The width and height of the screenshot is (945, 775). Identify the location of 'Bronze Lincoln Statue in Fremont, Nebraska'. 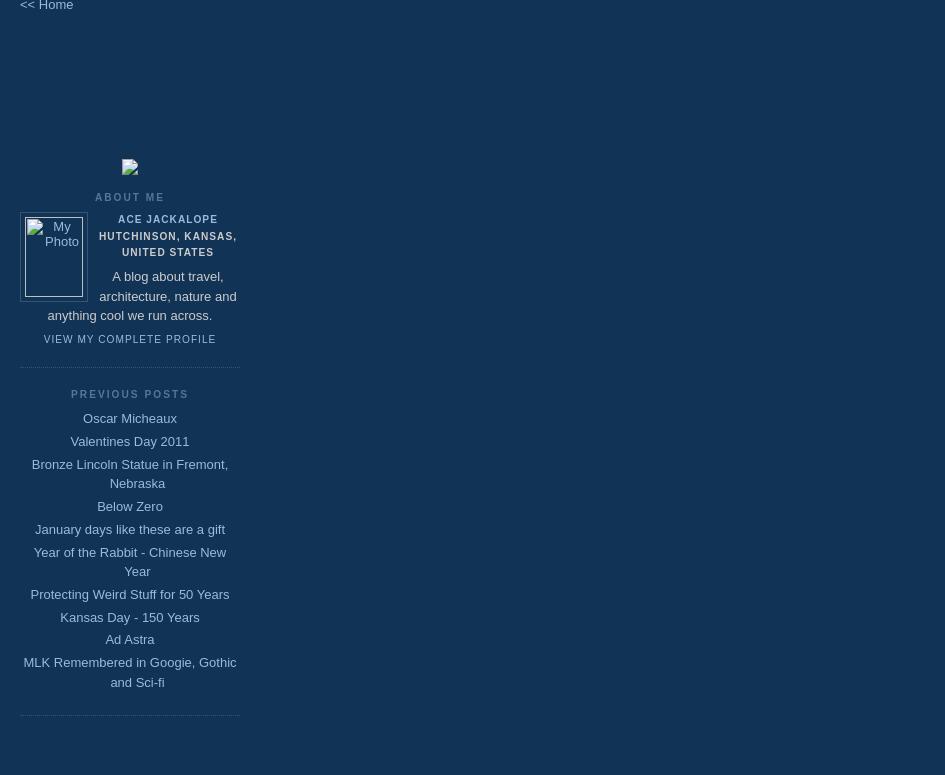
(128, 473).